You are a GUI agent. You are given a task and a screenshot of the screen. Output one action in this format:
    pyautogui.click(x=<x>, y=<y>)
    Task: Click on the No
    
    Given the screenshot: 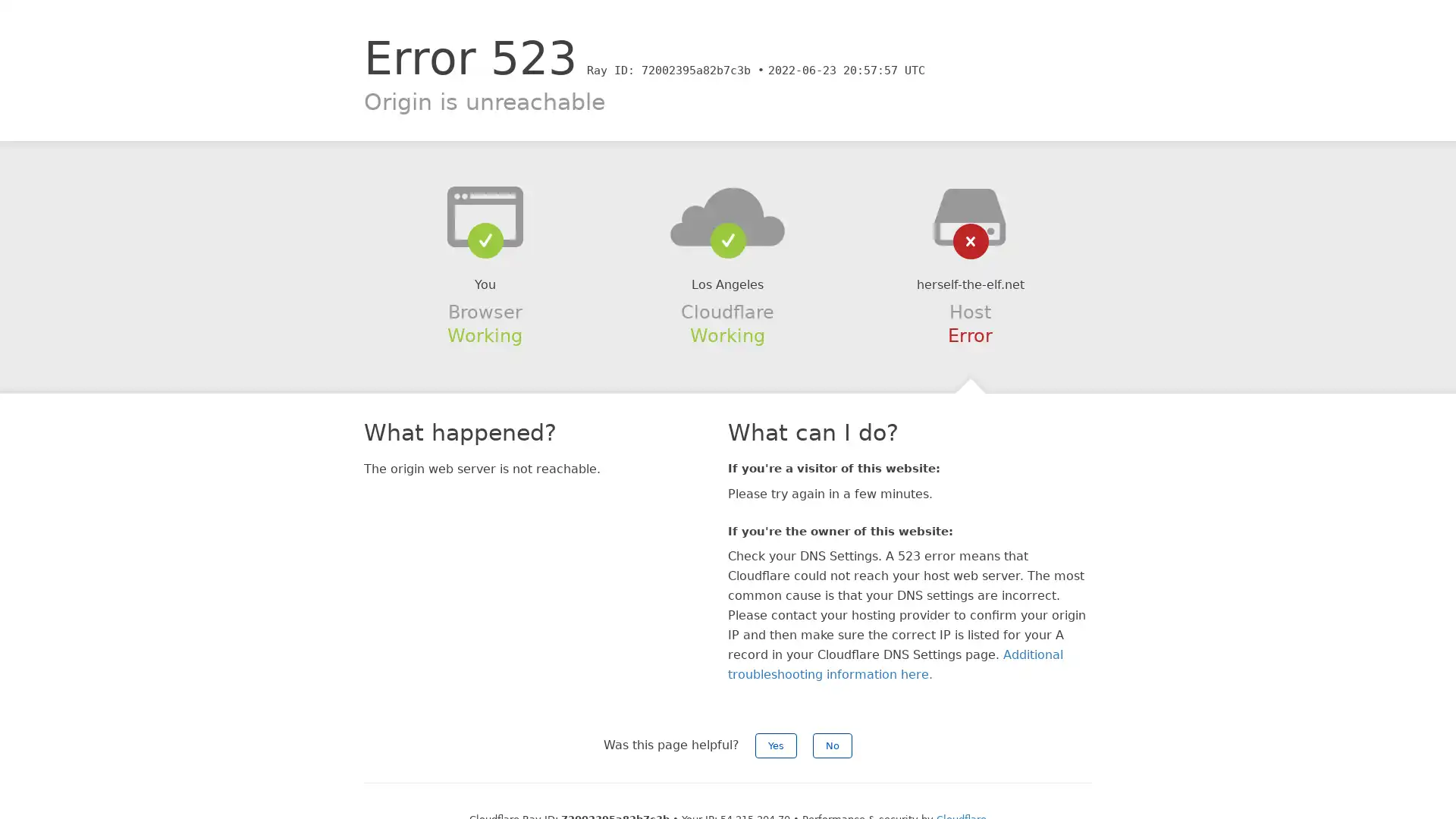 What is the action you would take?
    pyautogui.click(x=832, y=745)
    